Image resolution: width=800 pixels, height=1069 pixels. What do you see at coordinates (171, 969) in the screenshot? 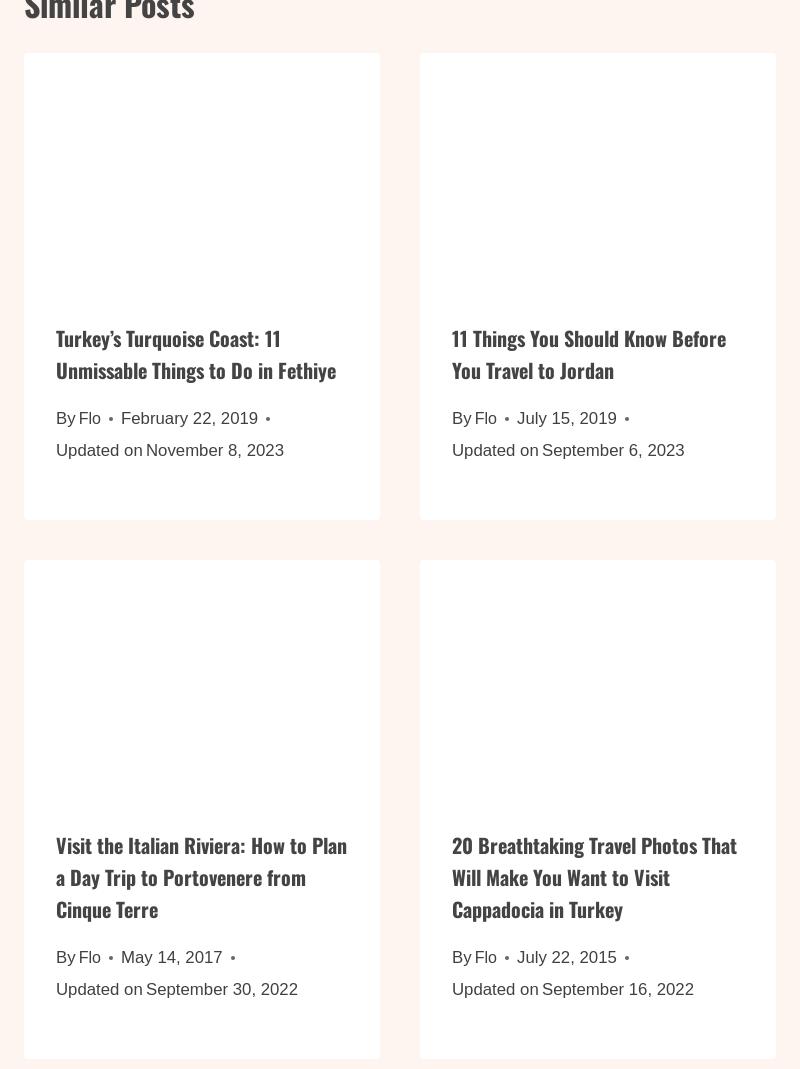
I see `'May 14, 2017'` at bounding box center [171, 969].